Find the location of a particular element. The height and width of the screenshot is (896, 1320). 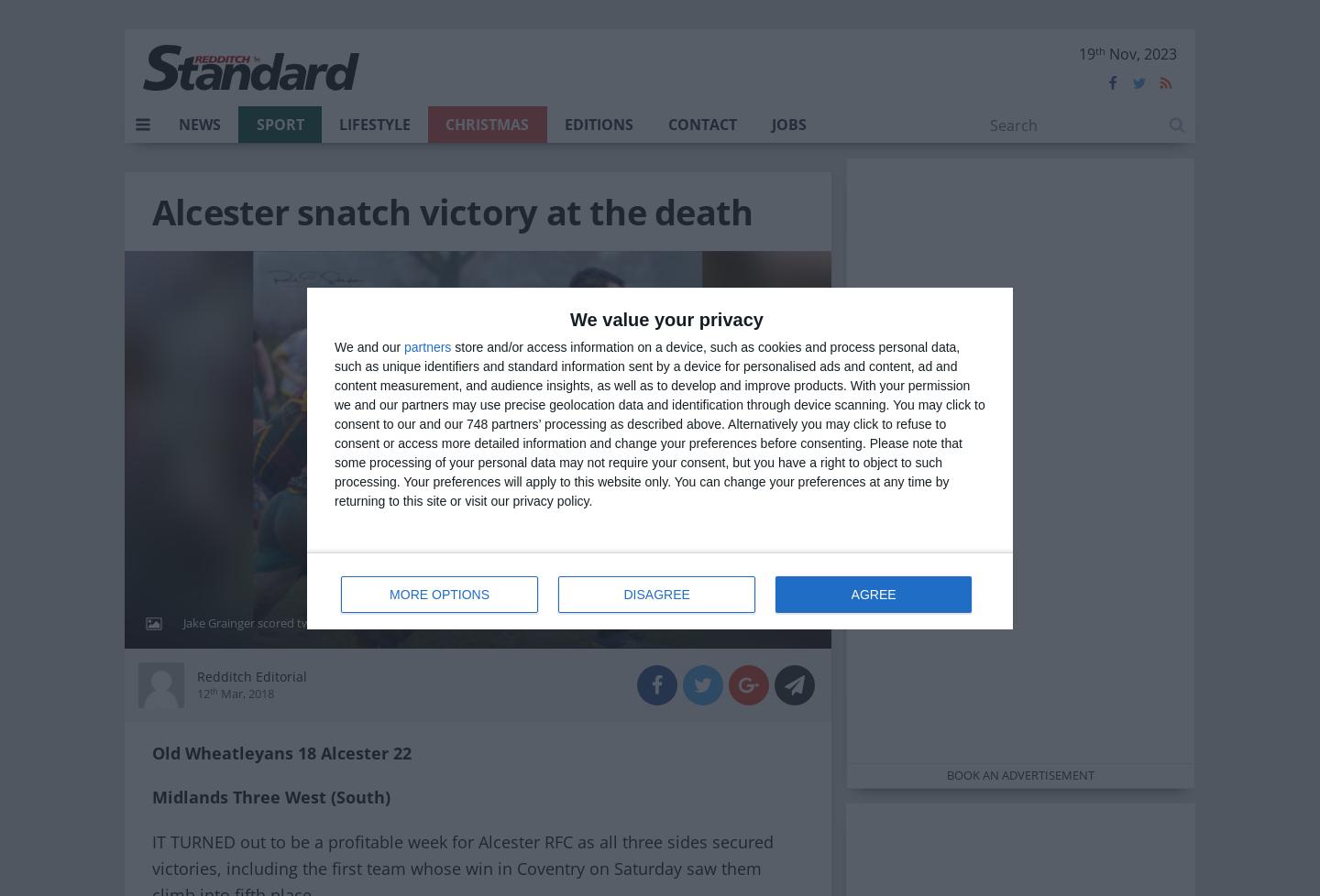

'Jobs' is located at coordinates (787, 125).